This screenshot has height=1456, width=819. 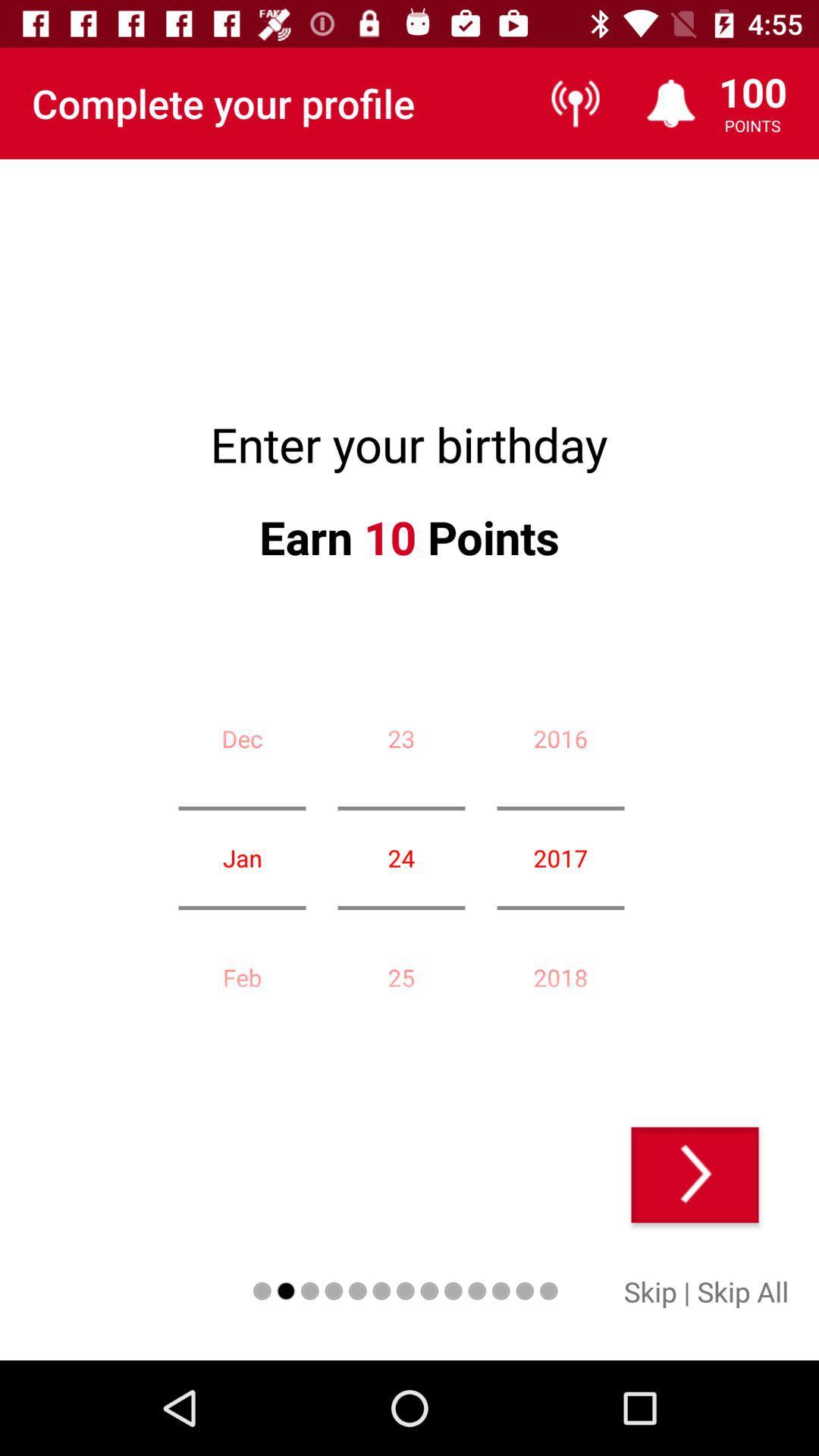 What do you see at coordinates (561, 858) in the screenshot?
I see `the text 2017` at bounding box center [561, 858].